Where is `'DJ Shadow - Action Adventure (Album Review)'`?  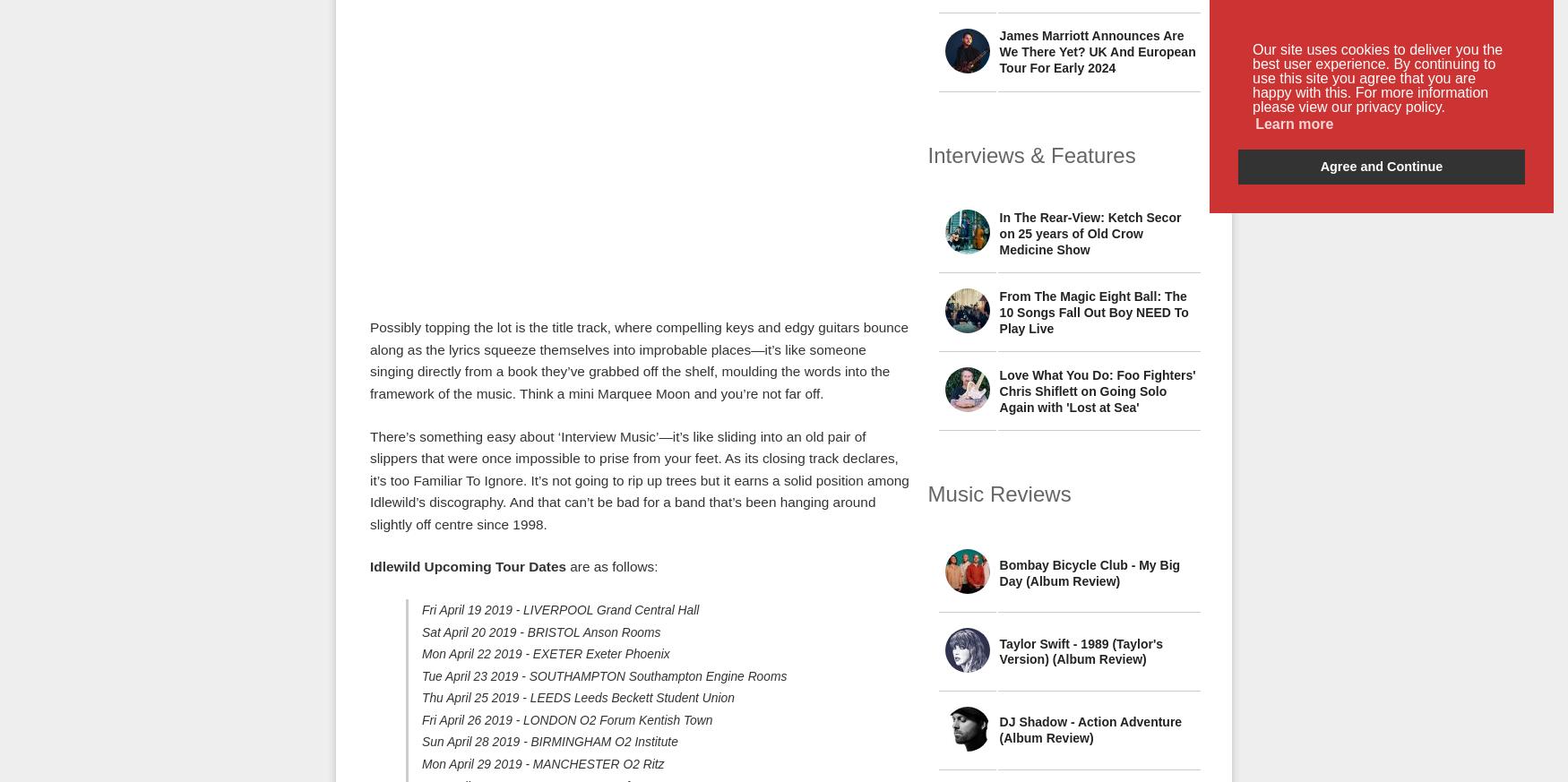 'DJ Shadow - Action Adventure (Album Review)' is located at coordinates (1090, 730).